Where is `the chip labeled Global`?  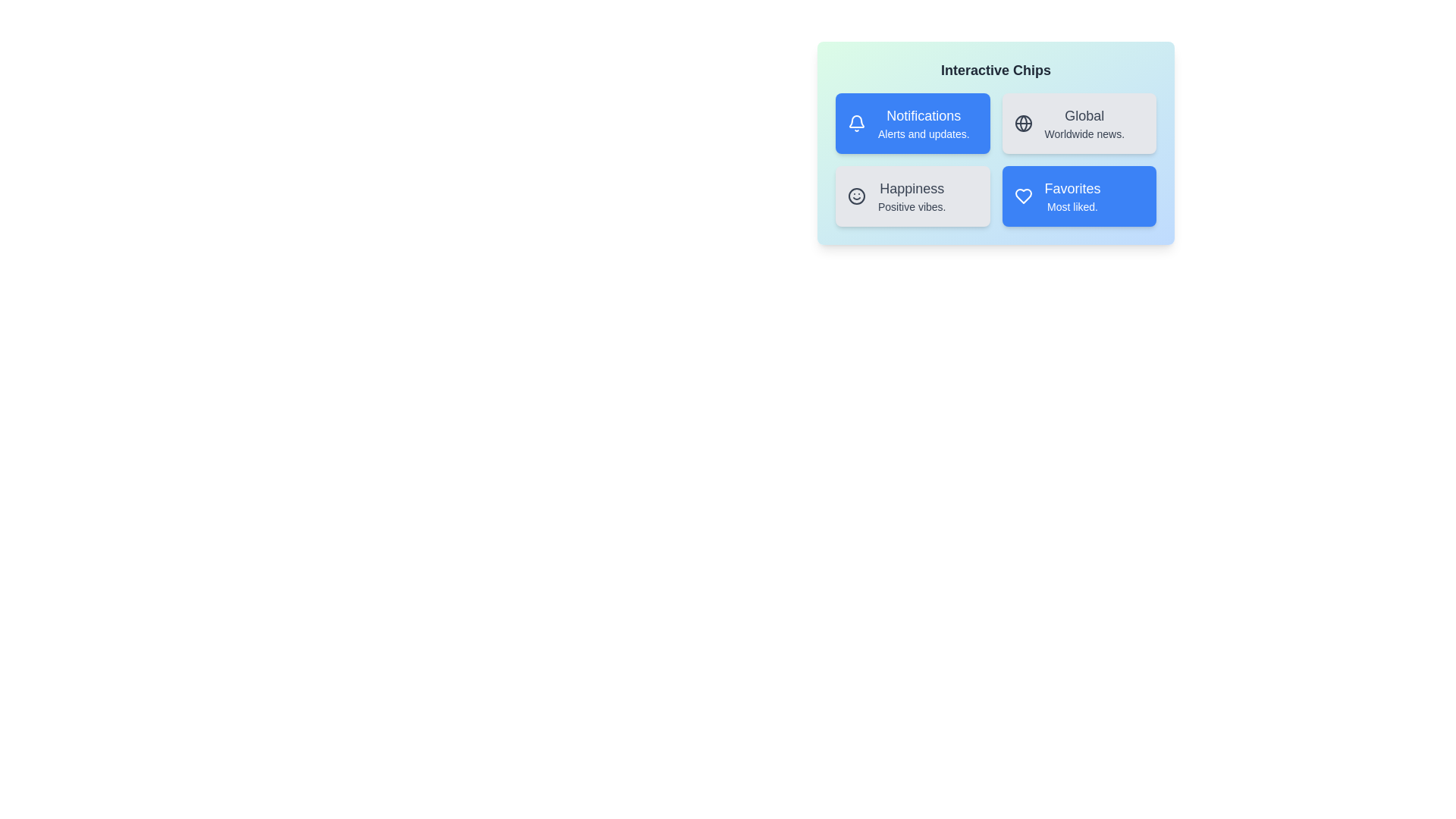
the chip labeled Global is located at coordinates (1078, 122).